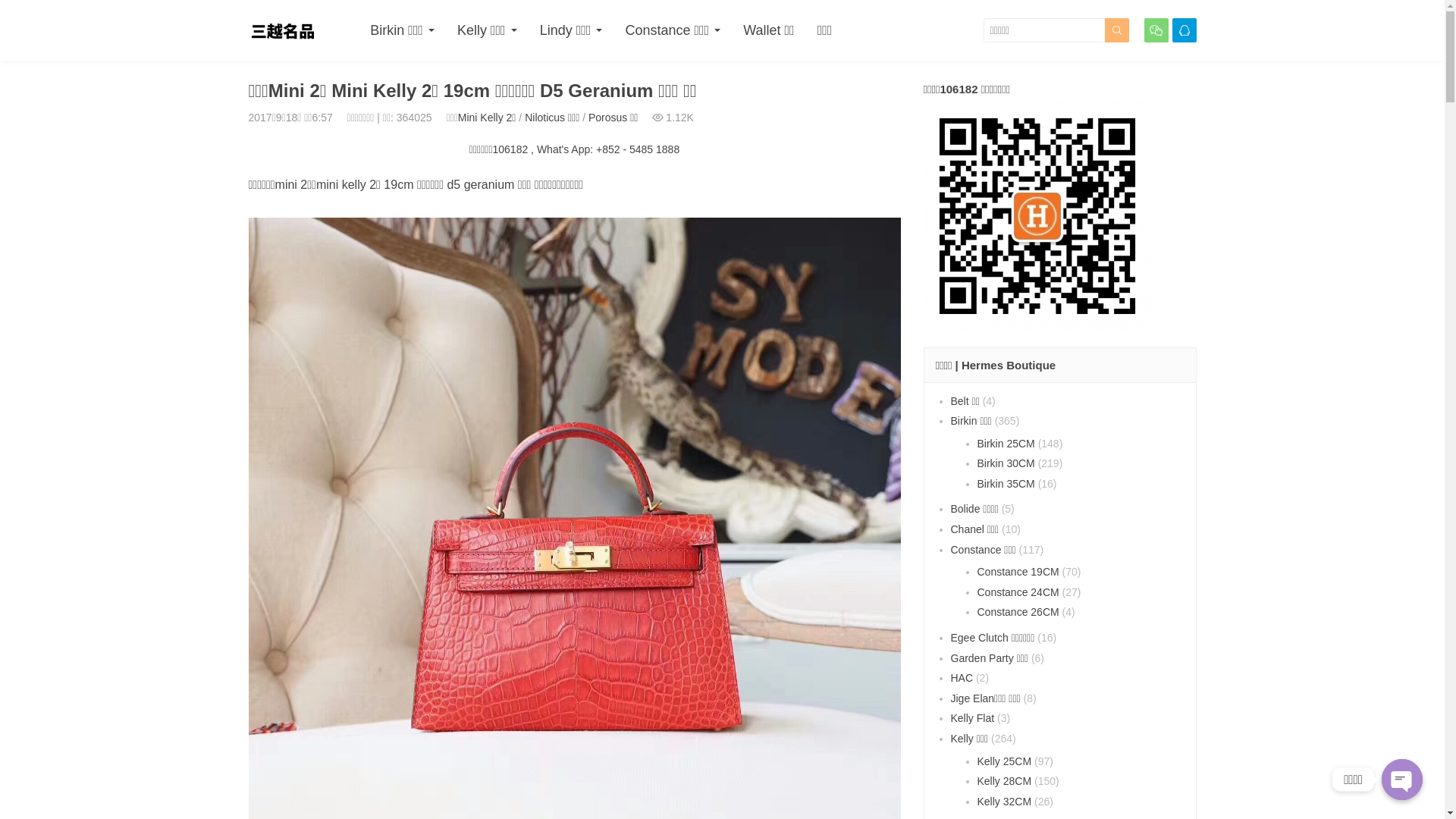 The image size is (1456, 819). What do you see at coordinates (976, 444) in the screenshot?
I see `'Birkin 25CM'` at bounding box center [976, 444].